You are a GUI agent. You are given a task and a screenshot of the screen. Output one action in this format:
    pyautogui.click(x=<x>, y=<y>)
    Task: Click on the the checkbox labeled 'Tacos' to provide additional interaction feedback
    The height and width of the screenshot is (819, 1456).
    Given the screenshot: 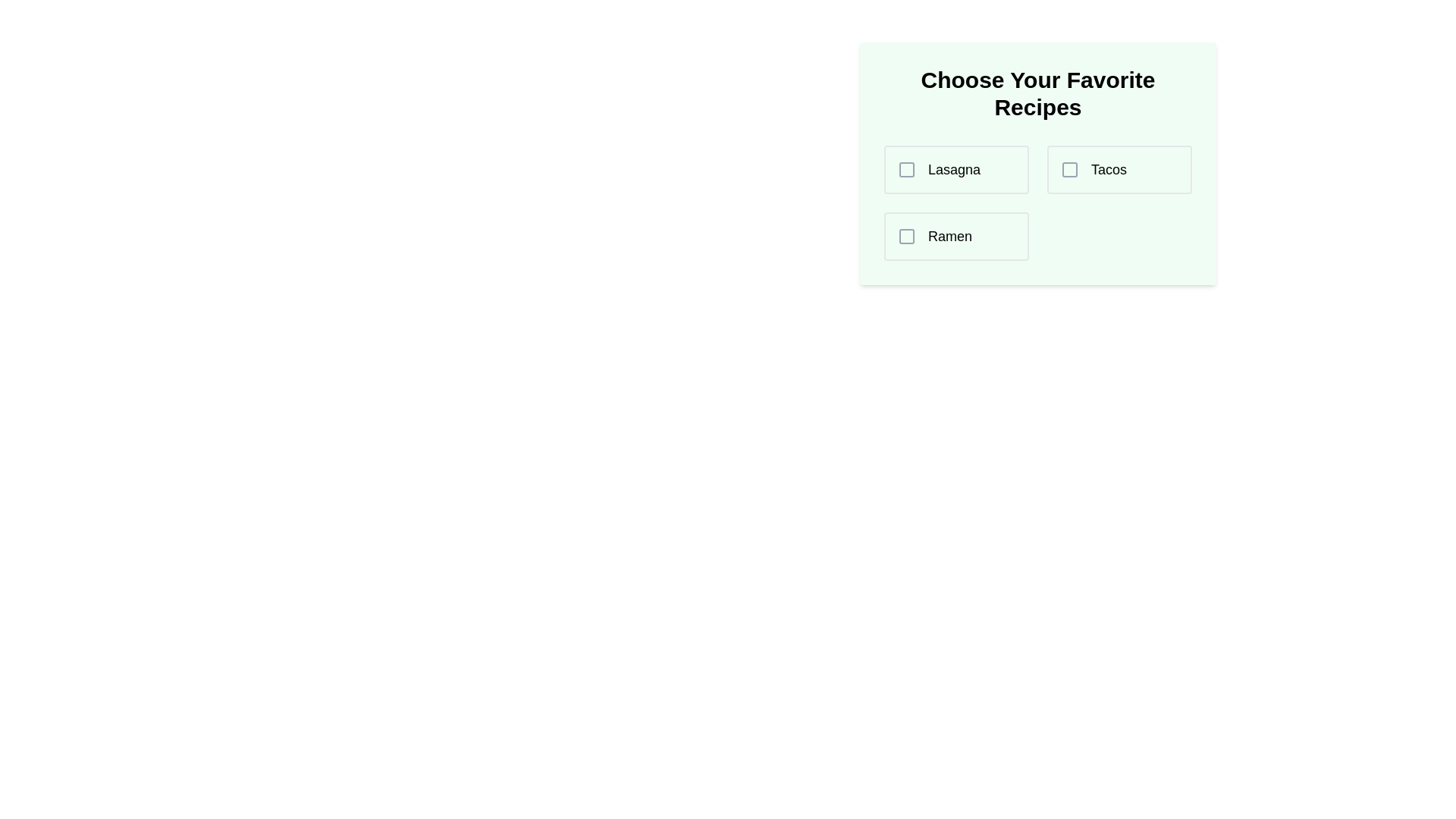 What is the action you would take?
    pyautogui.click(x=1119, y=169)
    